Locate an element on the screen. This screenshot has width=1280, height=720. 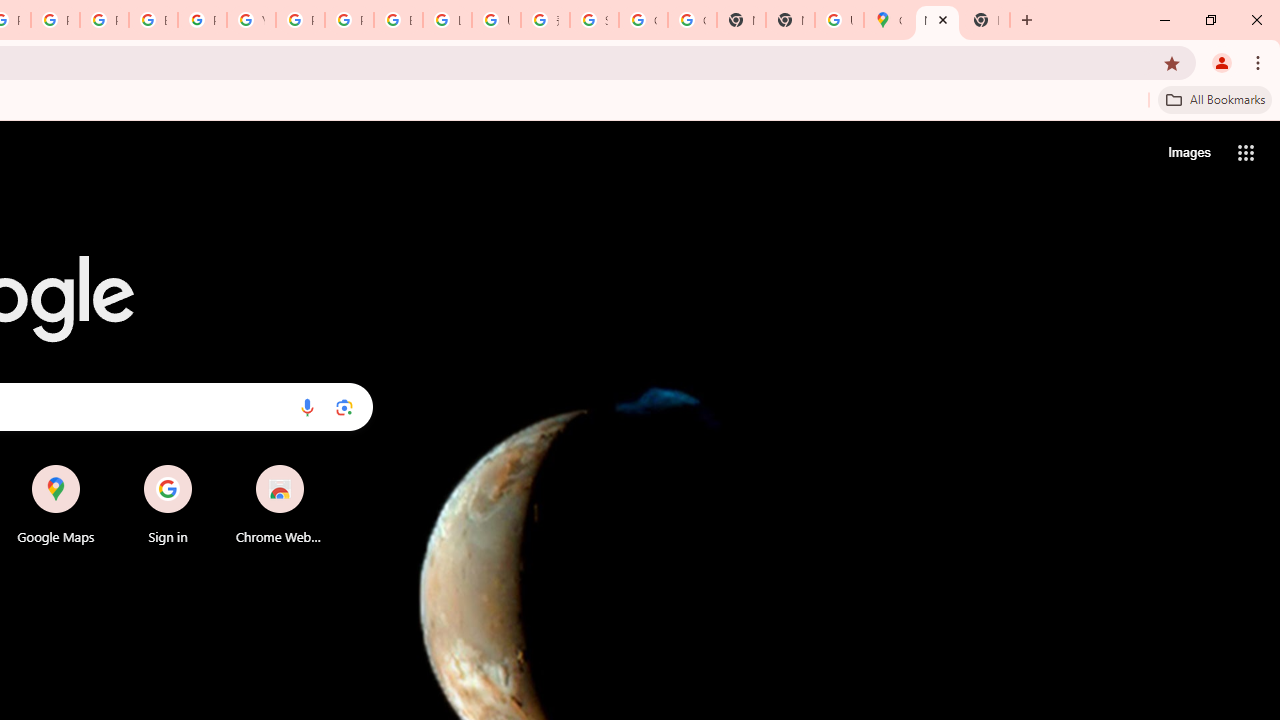
'Google Maps' is located at coordinates (56, 504).